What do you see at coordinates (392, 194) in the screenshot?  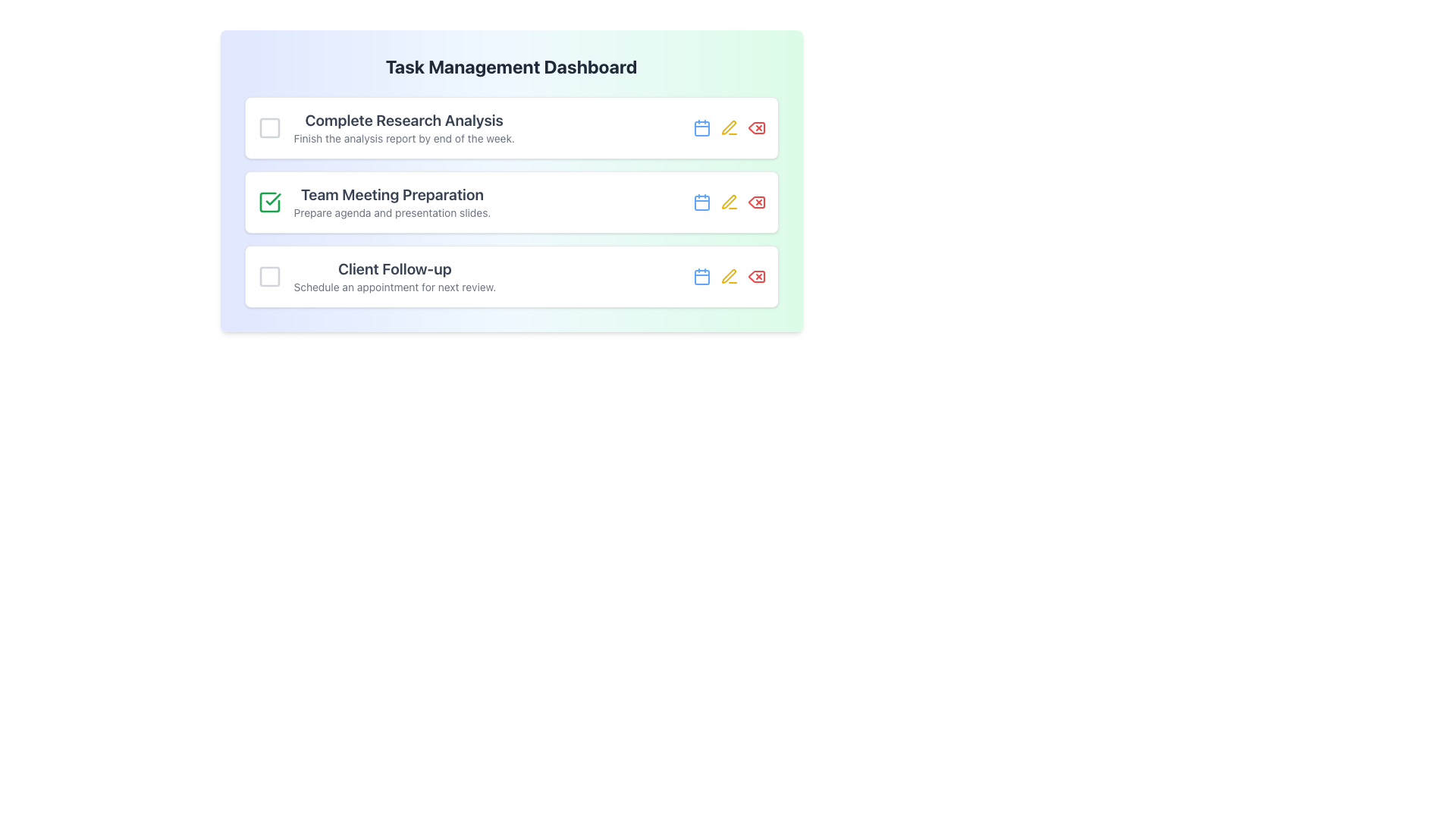 I see `the task 'Team Meeting Preparation' by reading its description from the text label located centrally within the task management interface, above a smaller descriptive text and aligned with a green checkbox icon` at bounding box center [392, 194].